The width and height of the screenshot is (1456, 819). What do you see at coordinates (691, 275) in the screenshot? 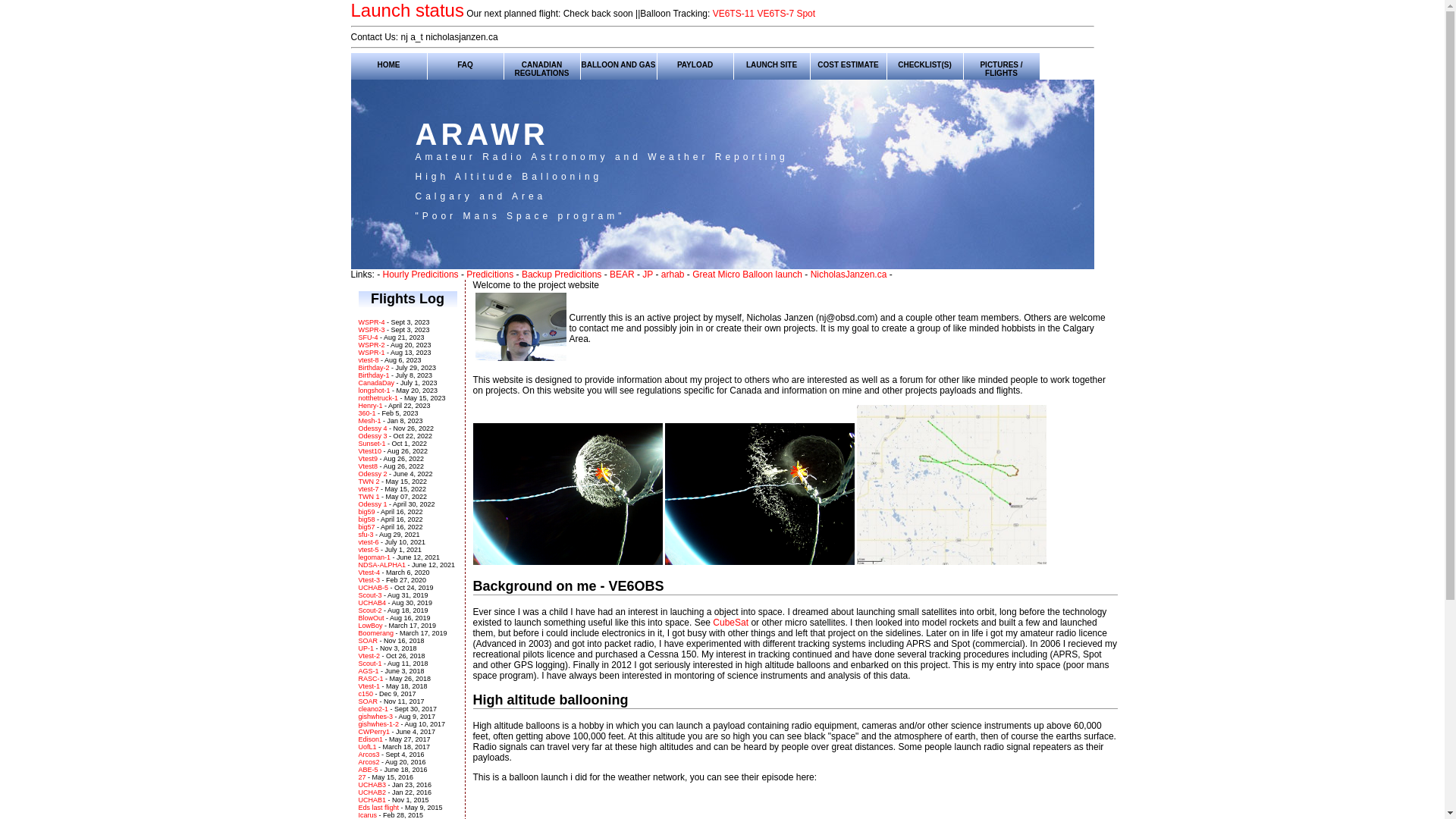
I see `'Great Micro Balloon launch'` at bounding box center [691, 275].